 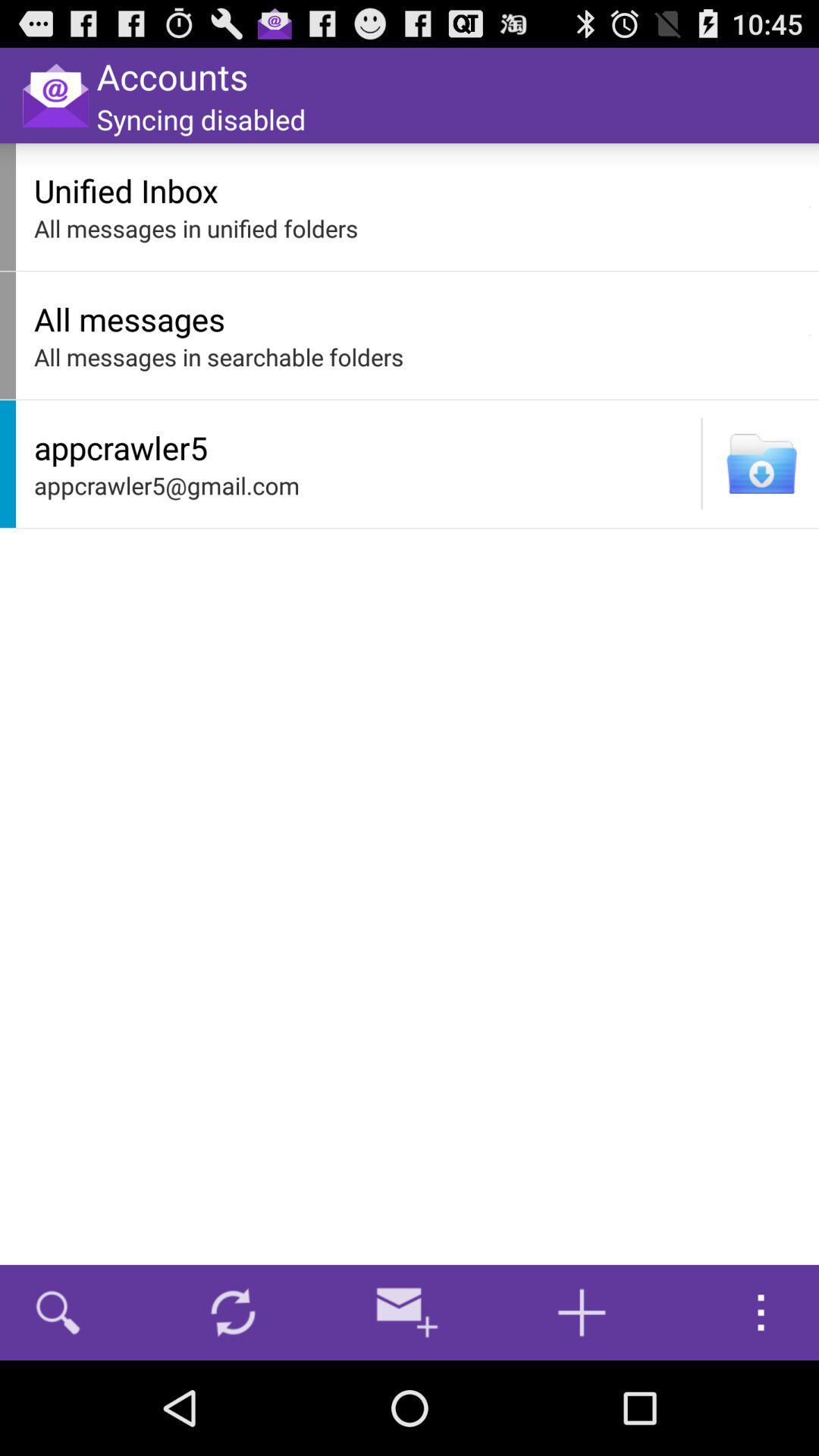 I want to click on download and save, so click(x=761, y=463).